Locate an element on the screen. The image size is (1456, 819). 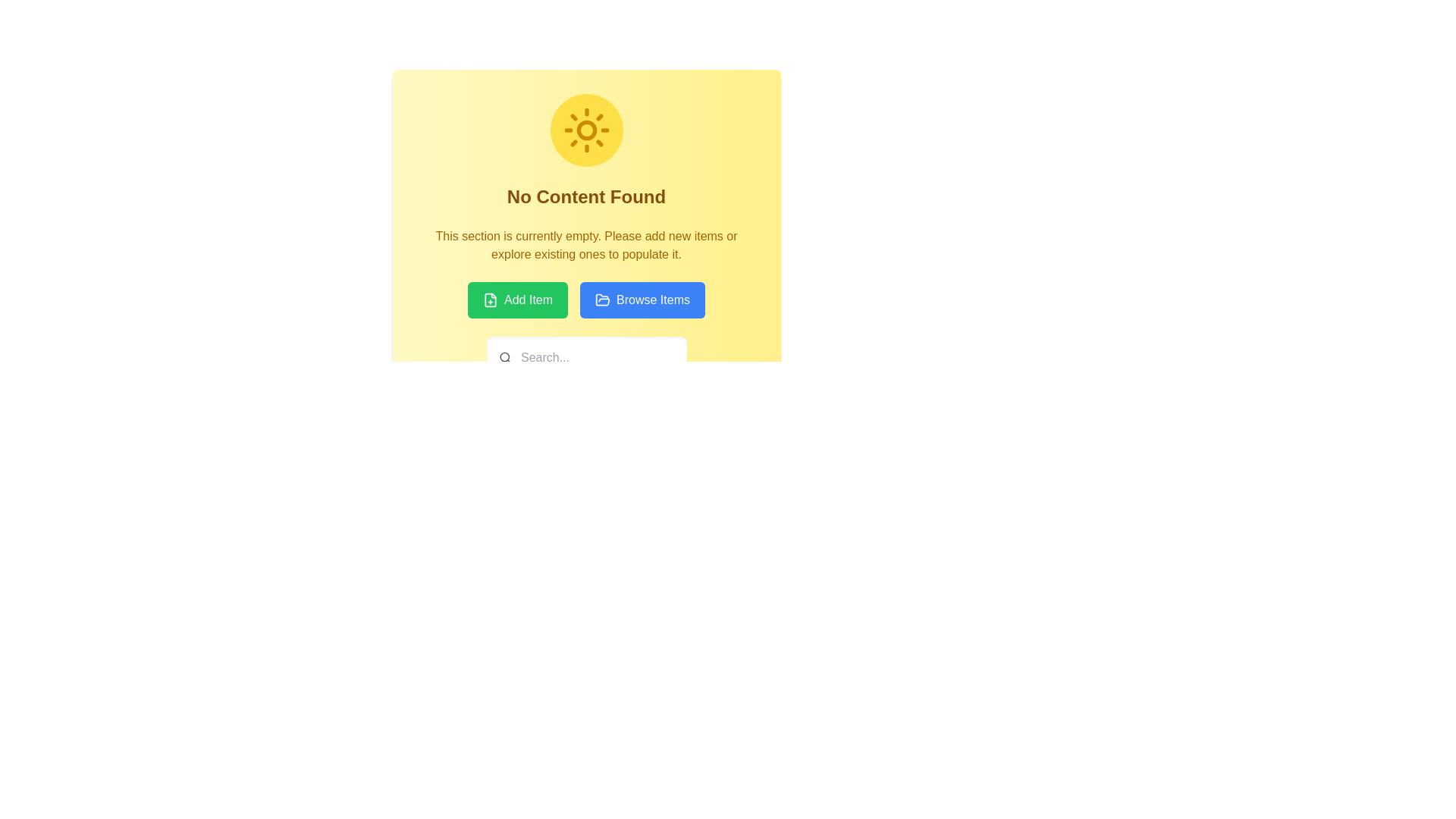
the circular center of the sun-shaped icon located near the top-center of the interface, which is above the 'No Content Found' message is located at coordinates (585, 130).